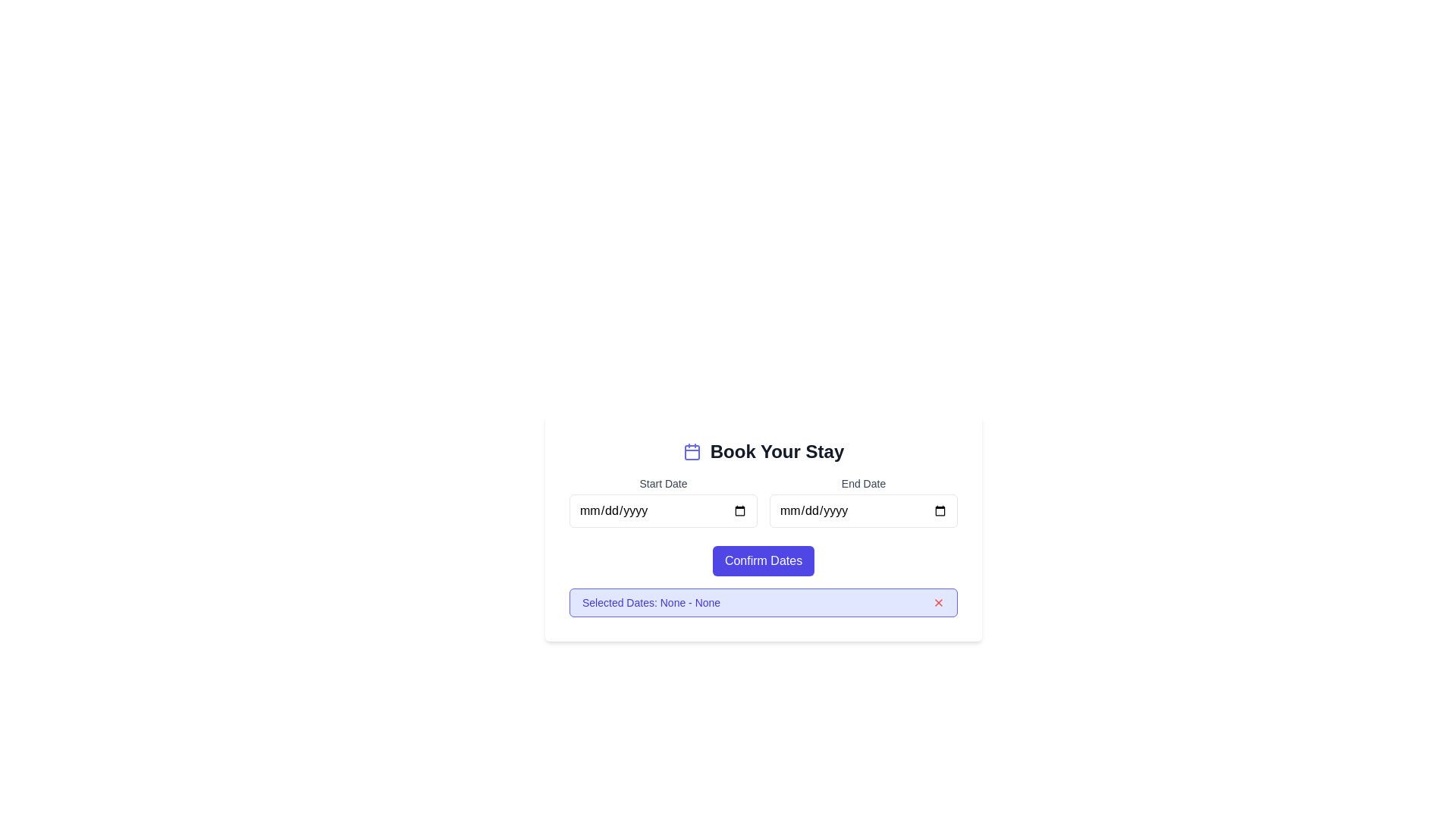 This screenshot has width=1456, height=819. Describe the element at coordinates (863, 483) in the screenshot. I see `the Text Label that indicates the purpose of the associated date input field for specifying the 'End Date'` at that location.